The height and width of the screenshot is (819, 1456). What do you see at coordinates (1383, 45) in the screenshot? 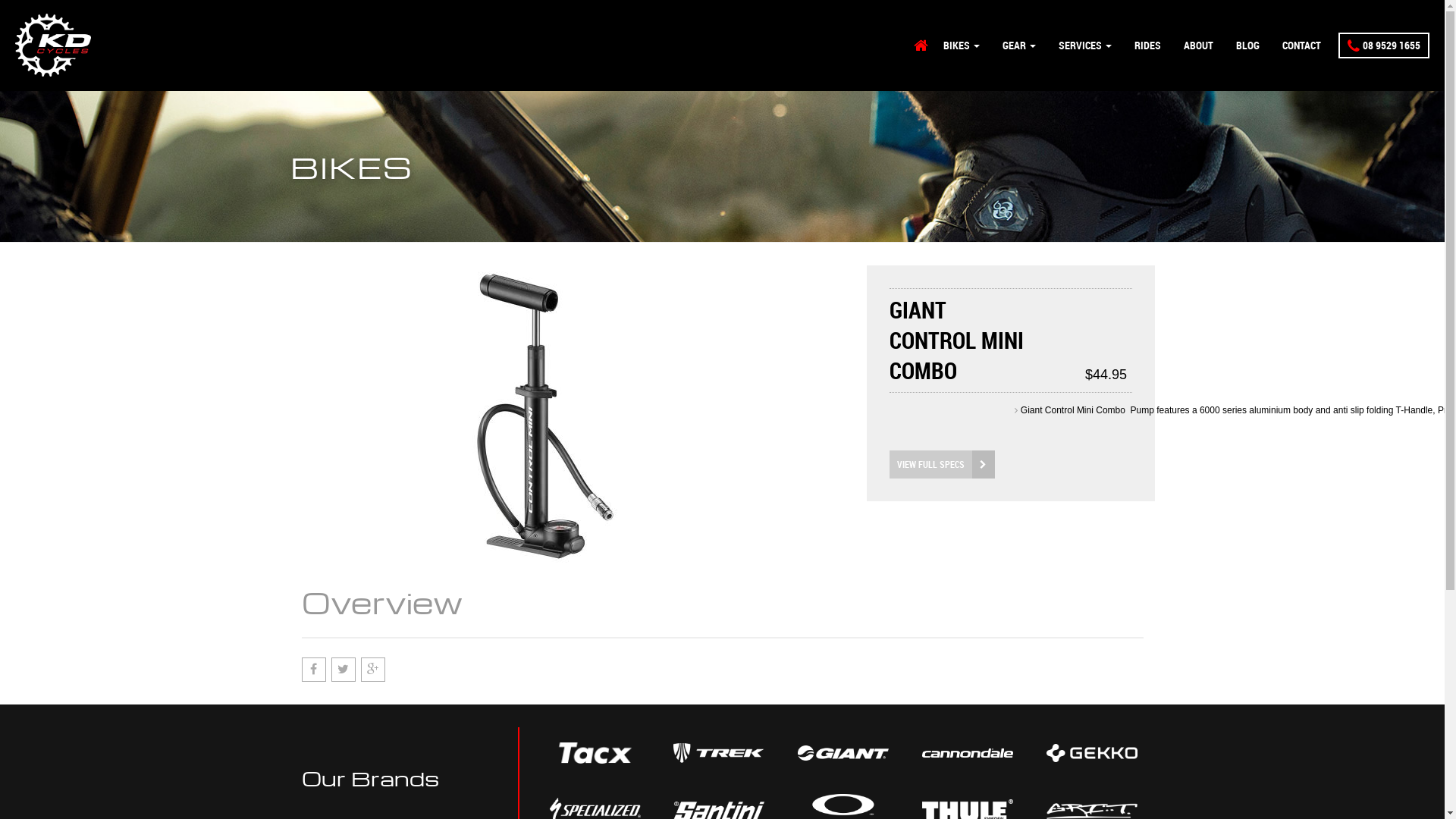
I see `'08 9529 1655'` at bounding box center [1383, 45].